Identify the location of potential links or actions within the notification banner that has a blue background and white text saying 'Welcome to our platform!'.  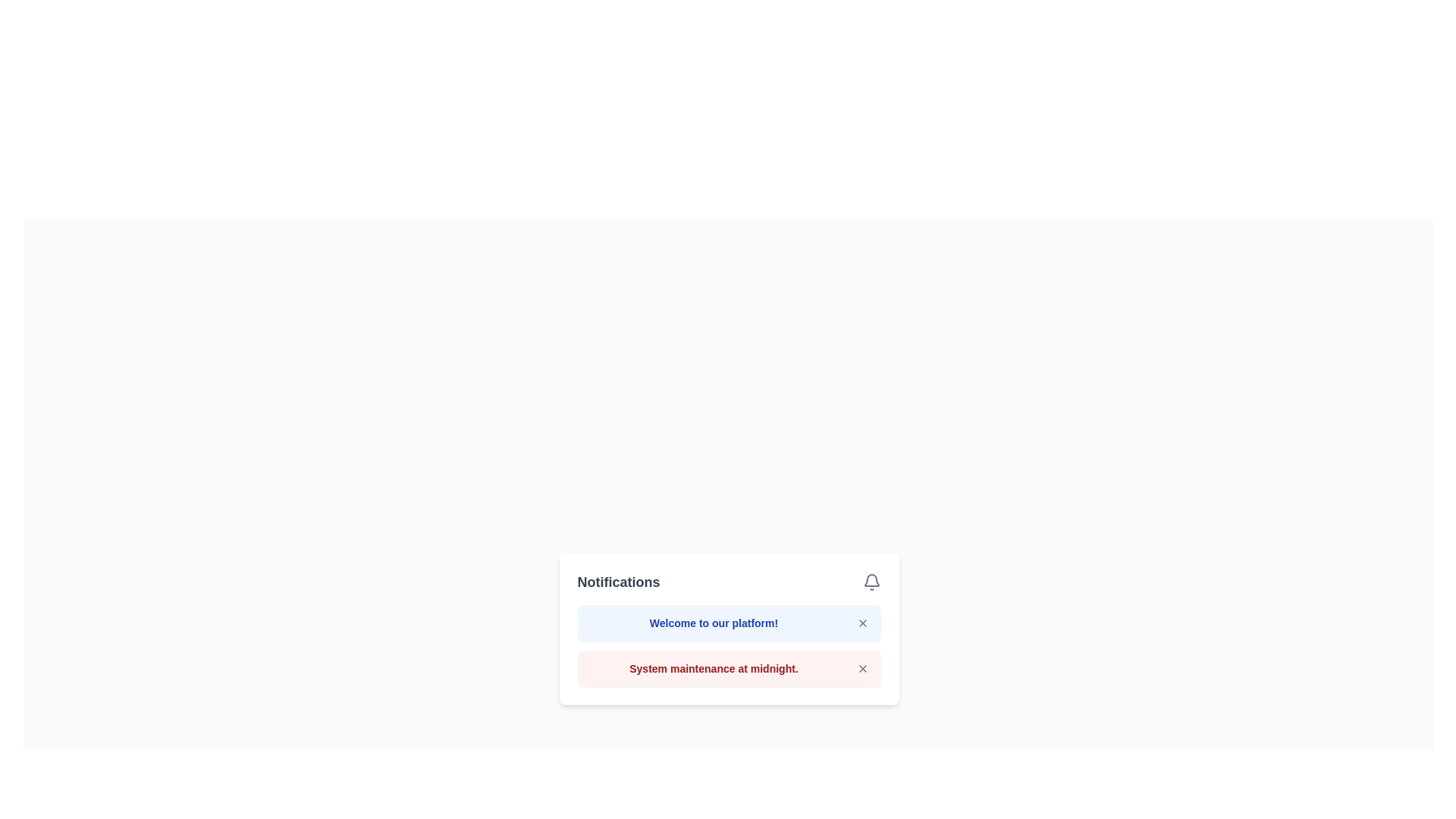
(729, 623).